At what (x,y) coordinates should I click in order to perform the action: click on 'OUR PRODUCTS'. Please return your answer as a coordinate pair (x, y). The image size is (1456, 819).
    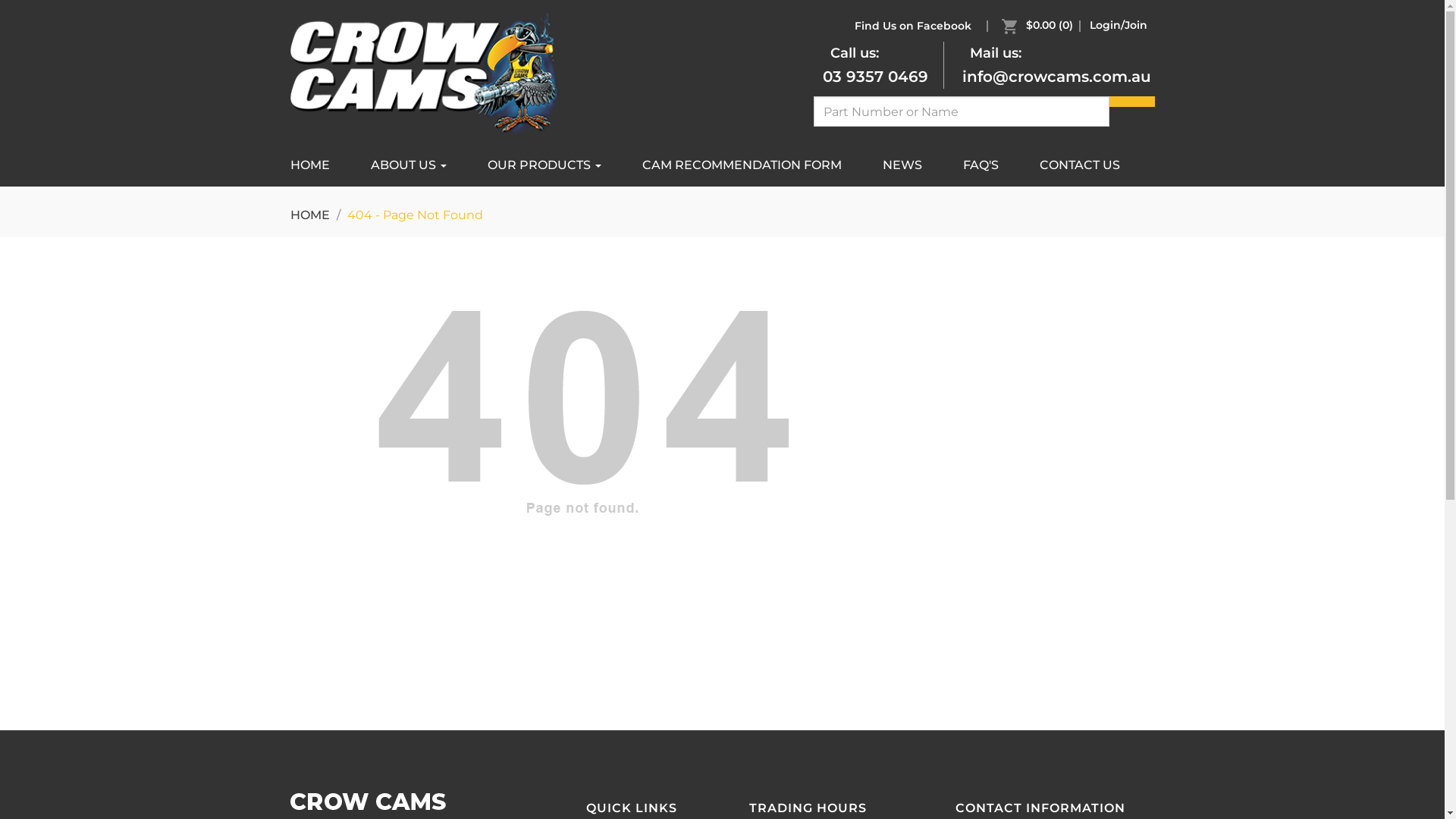
    Looking at the image, I should click on (468, 165).